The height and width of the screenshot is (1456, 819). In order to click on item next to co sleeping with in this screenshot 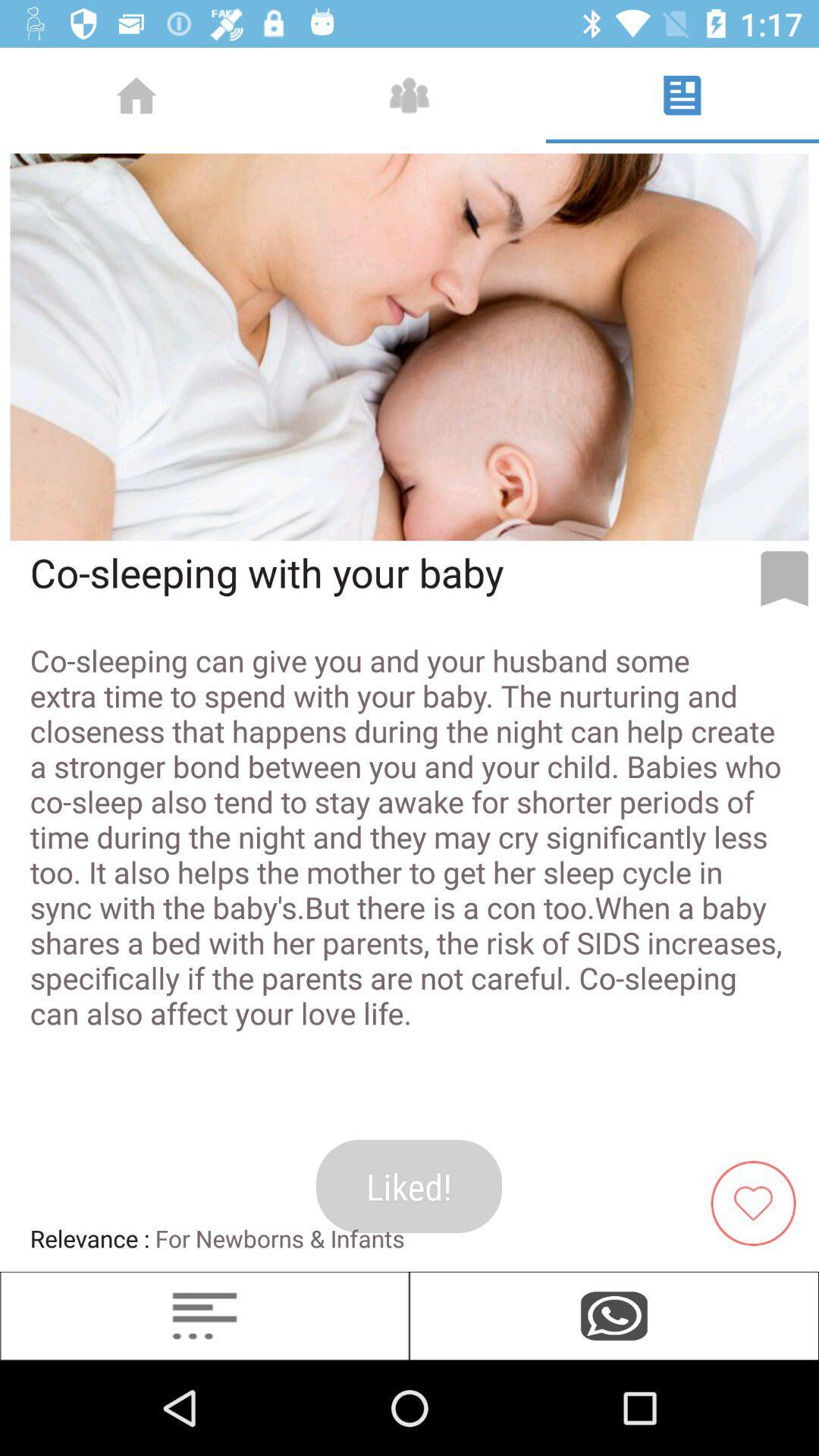, I will do `click(784, 578)`.